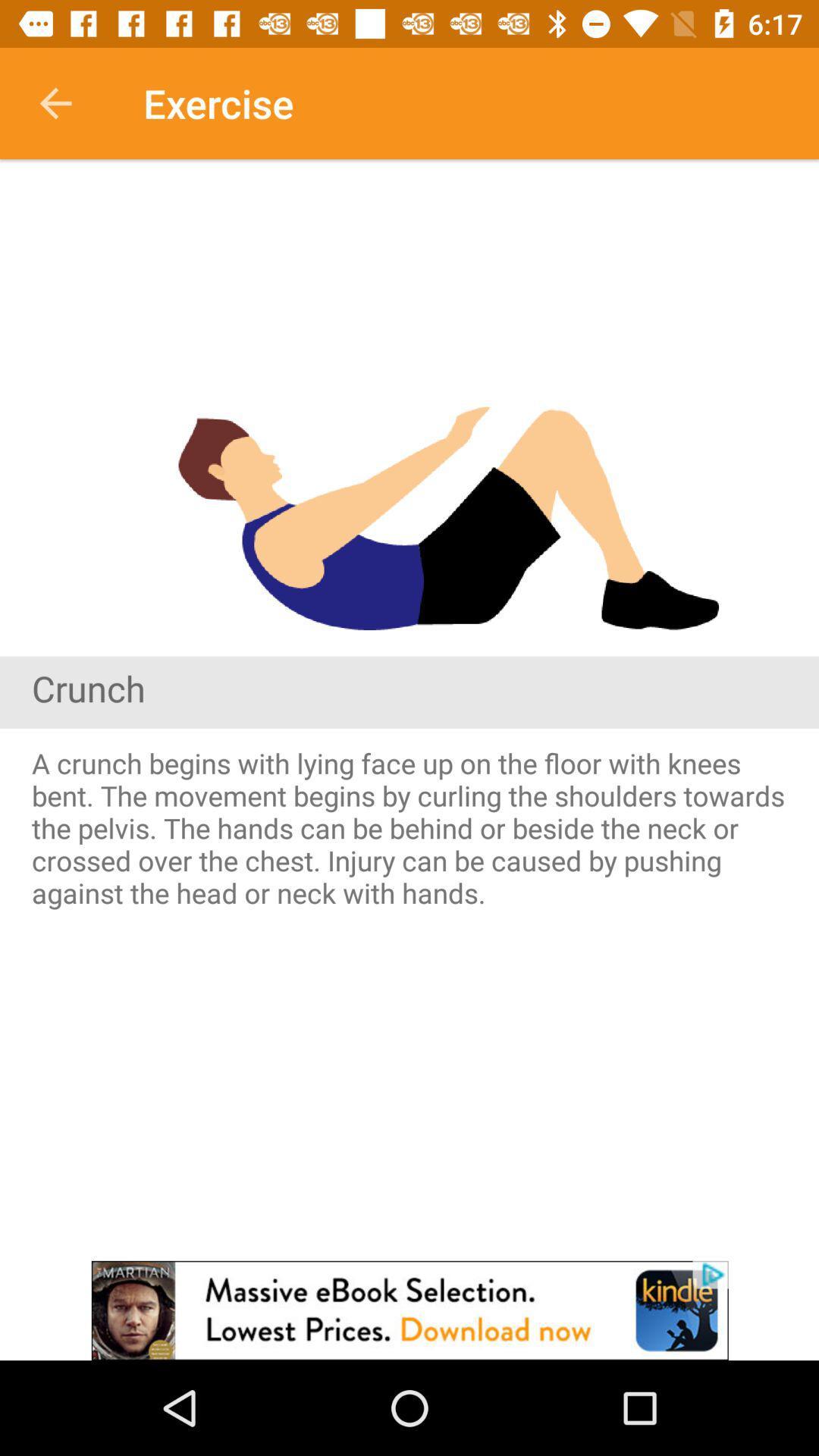  I want to click on advertisement, so click(409, 1310).